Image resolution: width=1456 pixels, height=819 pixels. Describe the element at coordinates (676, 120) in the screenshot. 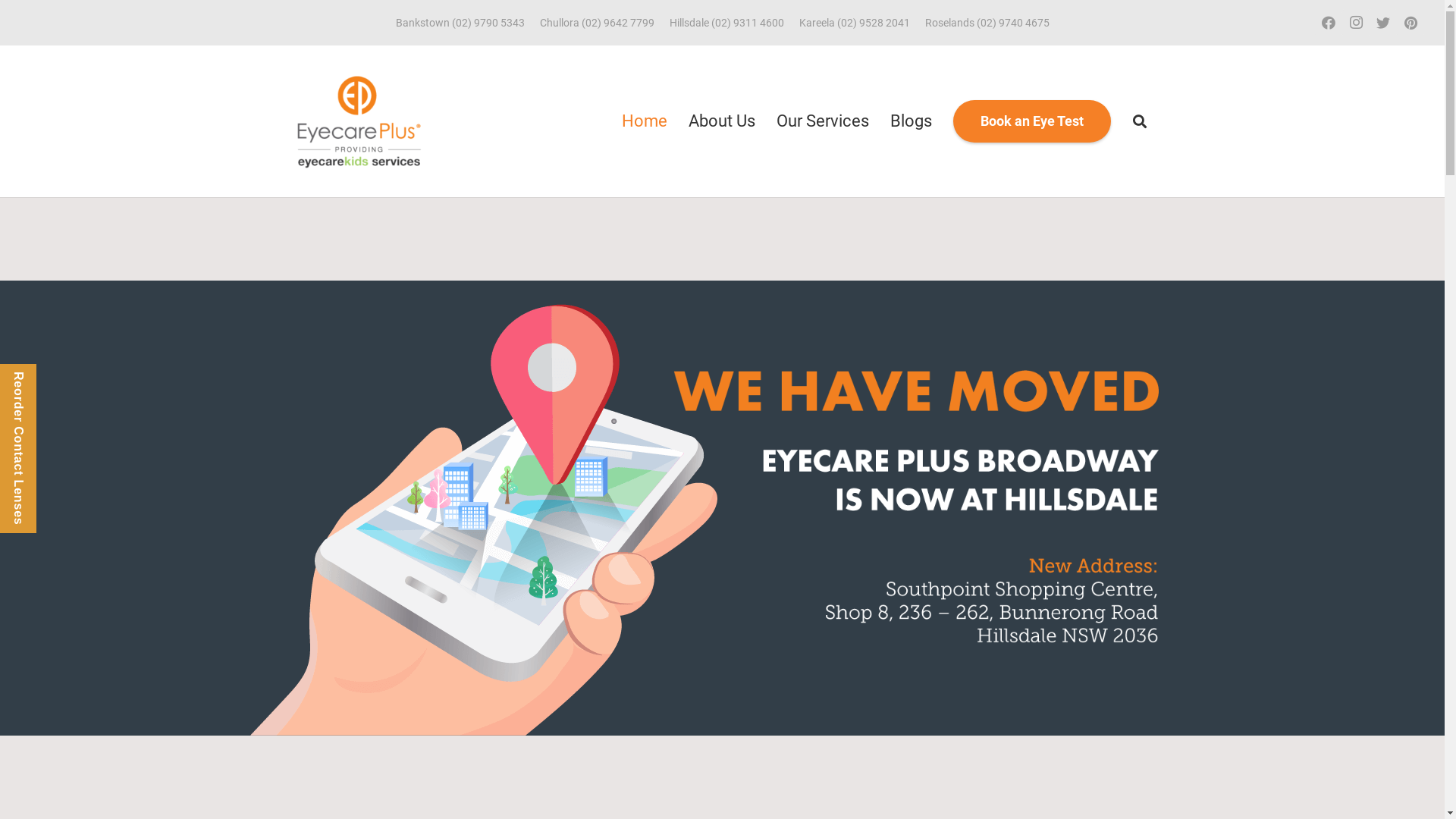

I see `'About Us'` at that location.